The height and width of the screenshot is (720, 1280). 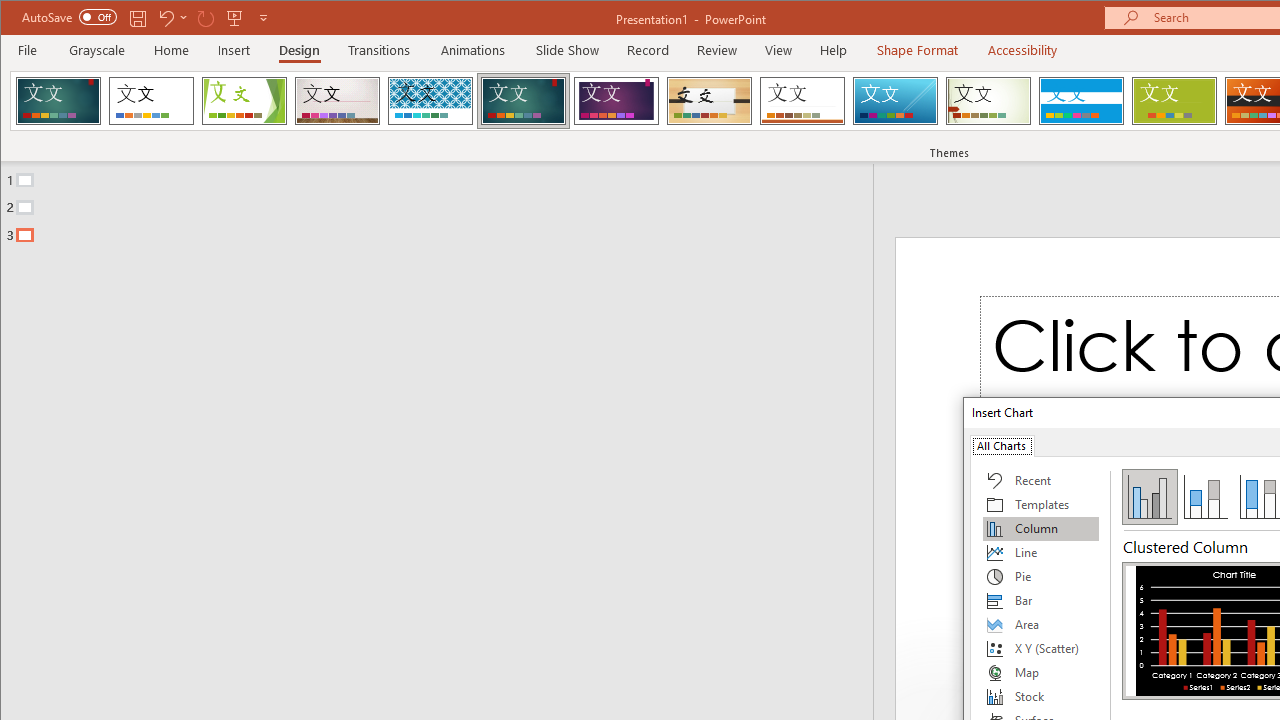 What do you see at coordinates (1040, 649) in the screenshot?
I see `'X Y (Scatter)'` at bounding box center [1040, 649].